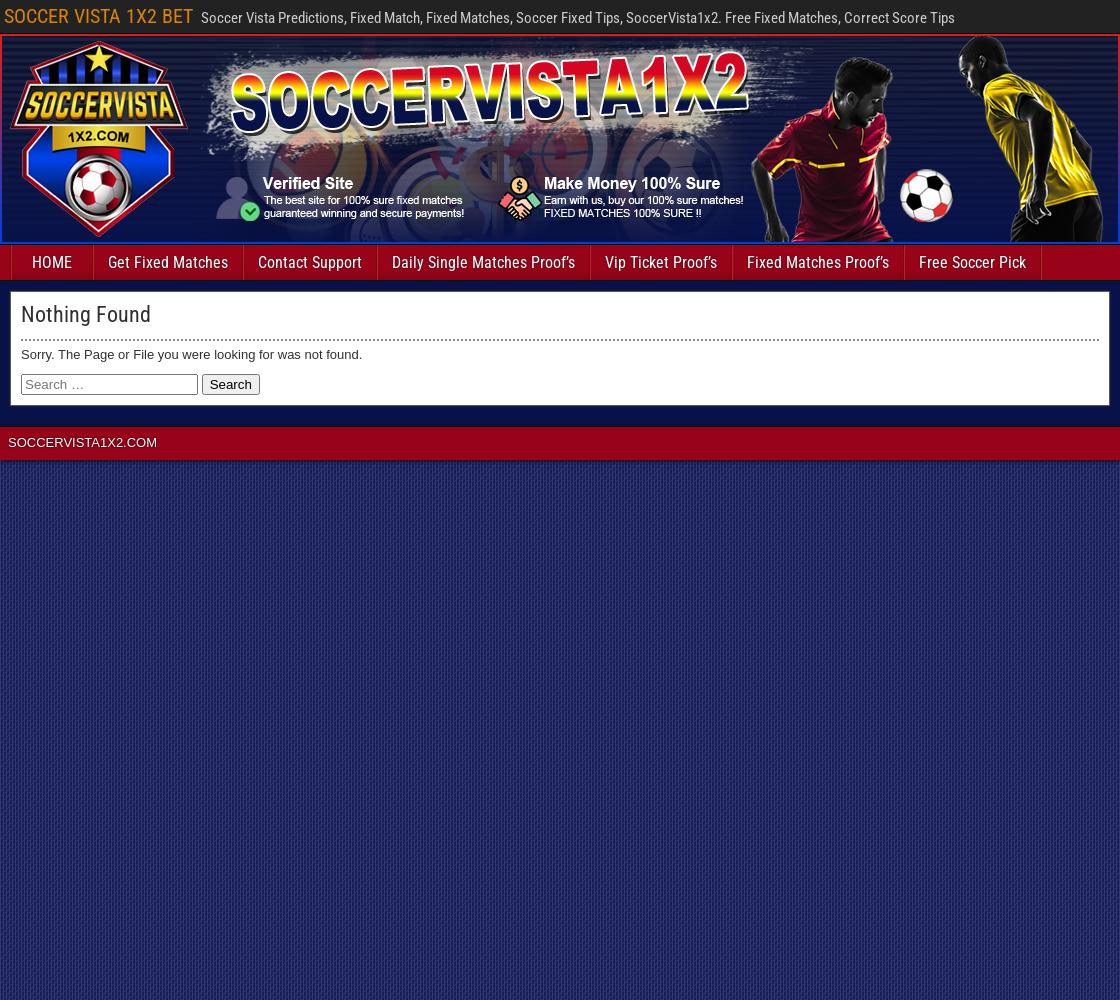  I want to click on 'Get Fixed Matches', so click(168, 262).